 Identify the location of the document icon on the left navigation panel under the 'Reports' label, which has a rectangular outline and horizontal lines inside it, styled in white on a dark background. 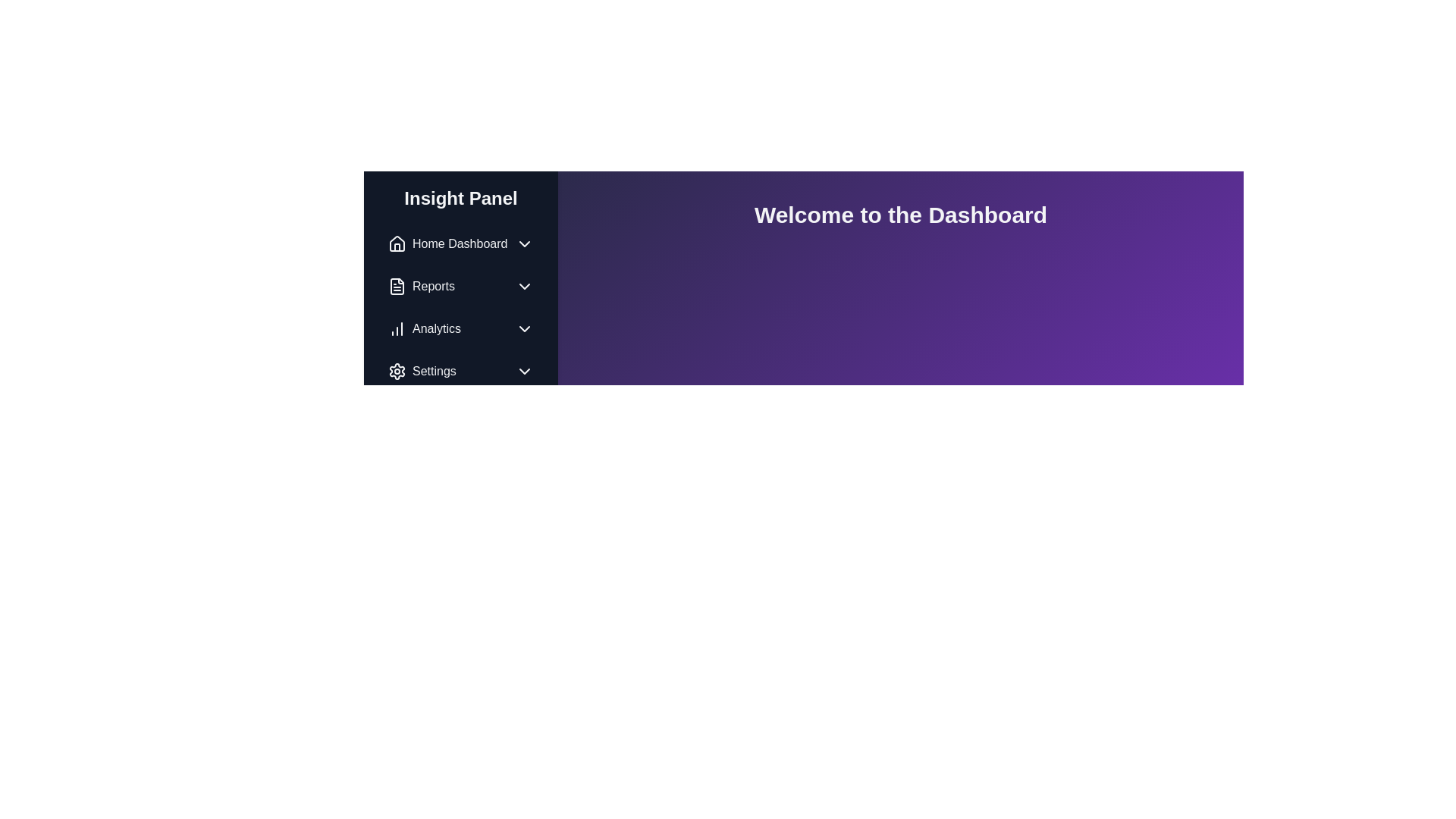
(397, 287).